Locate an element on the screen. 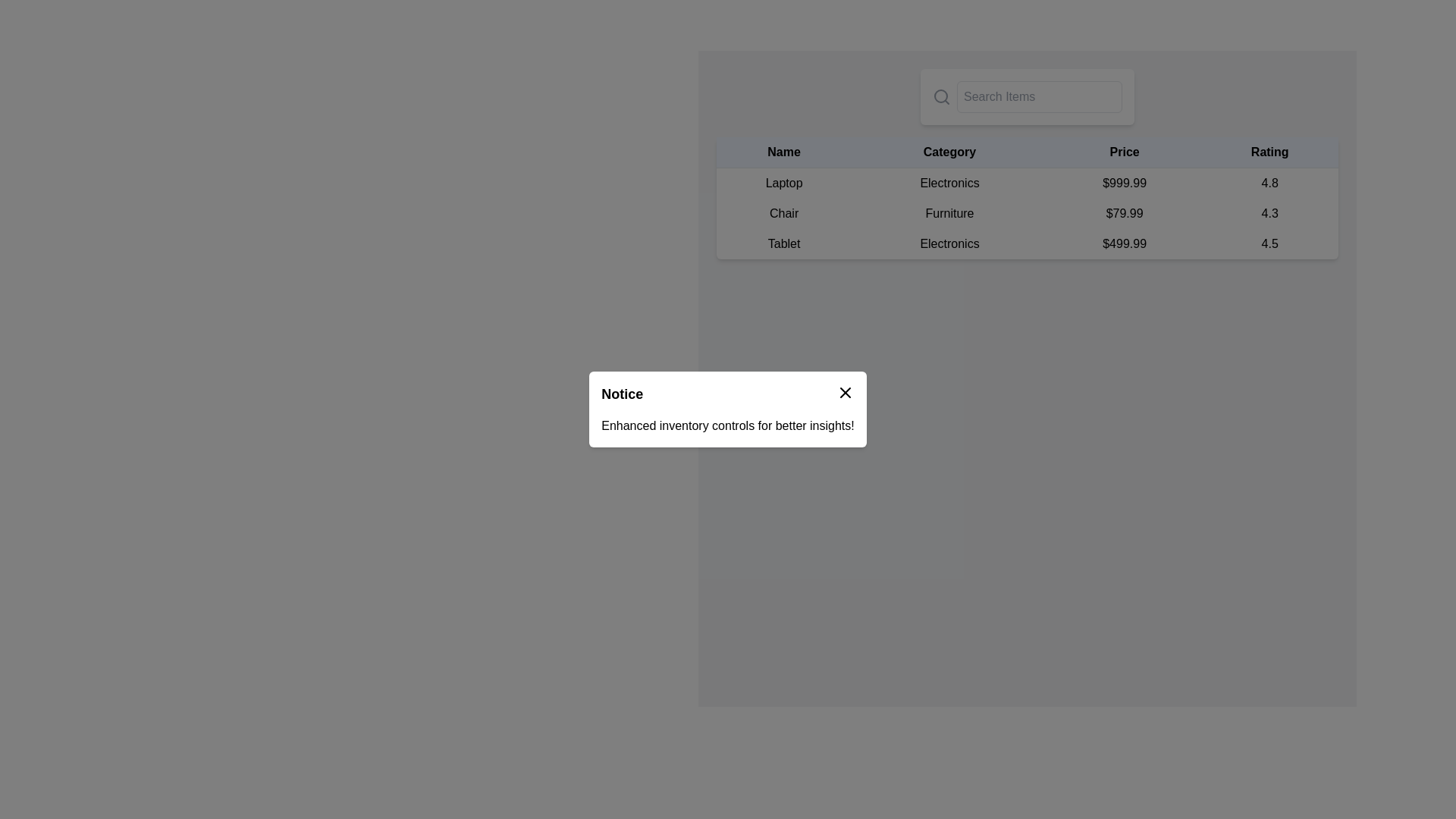 This screenshot has height=819, width=1456. the tabular row displaying the product details for 'Chair', which includes the name, category, price, and rating is located at coordinates (1027, 213).